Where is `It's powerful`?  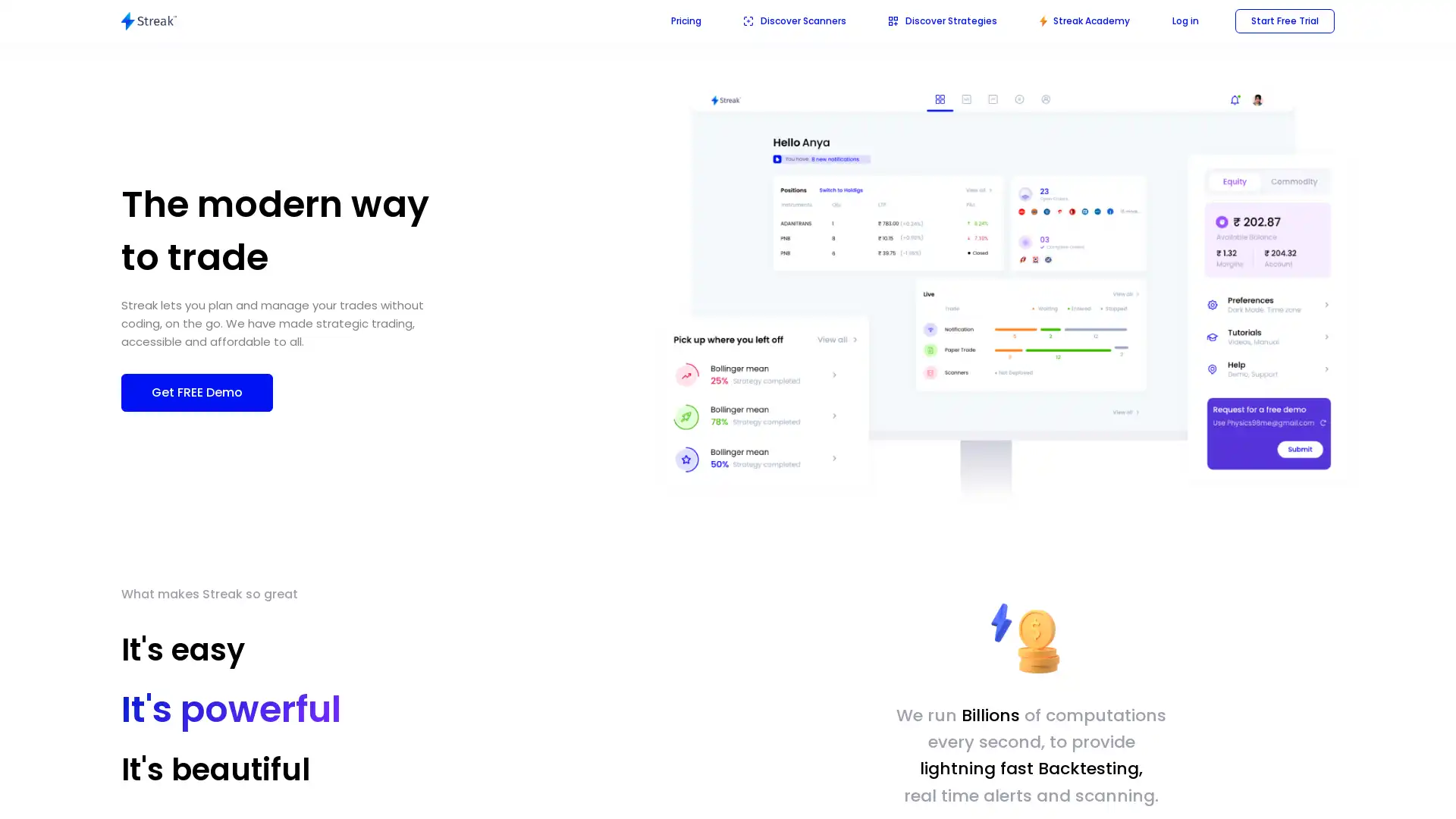
It's powerful is located at coordinates (213, 704).